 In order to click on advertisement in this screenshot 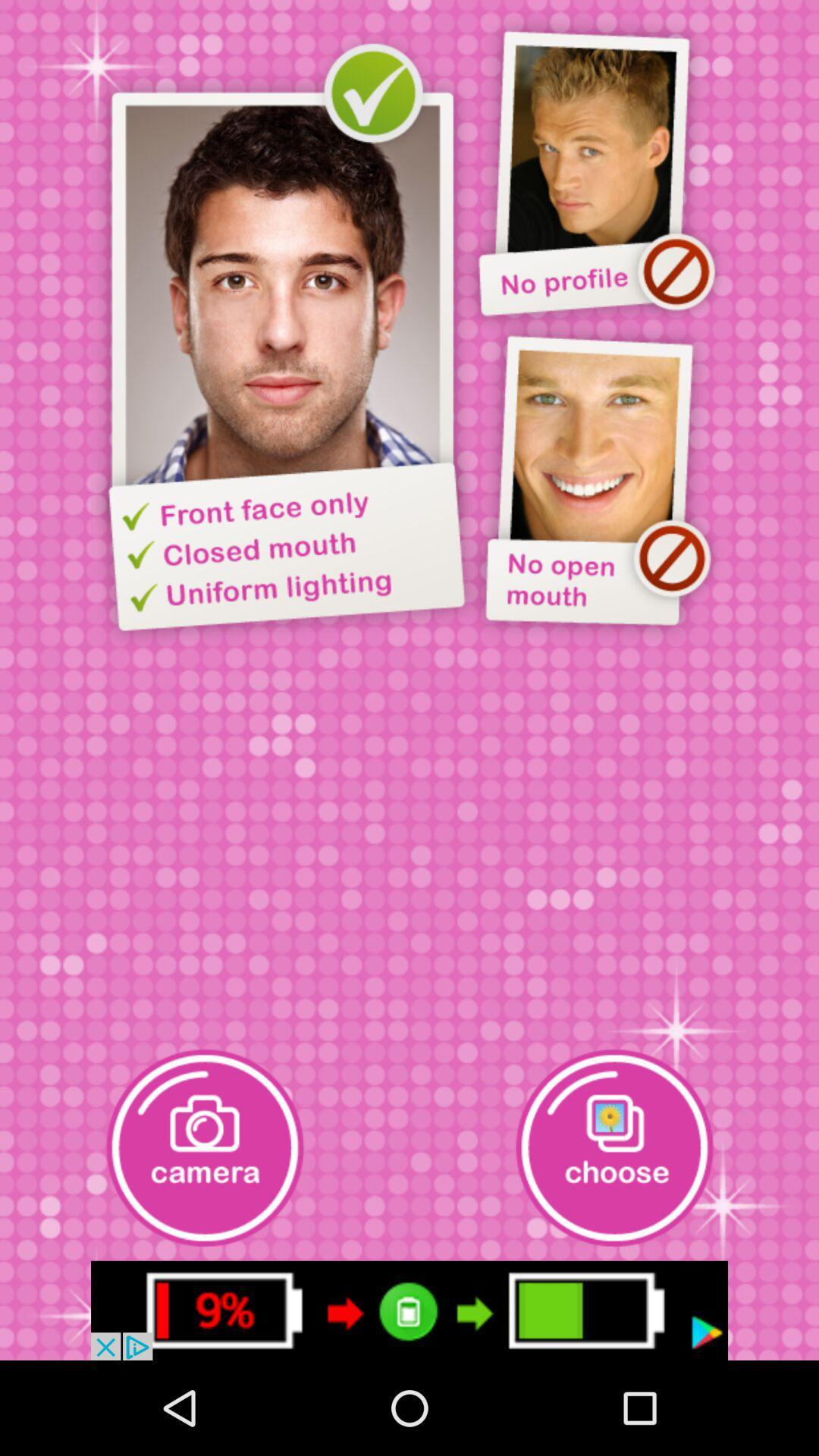, I will do `click(409, 1310)`.